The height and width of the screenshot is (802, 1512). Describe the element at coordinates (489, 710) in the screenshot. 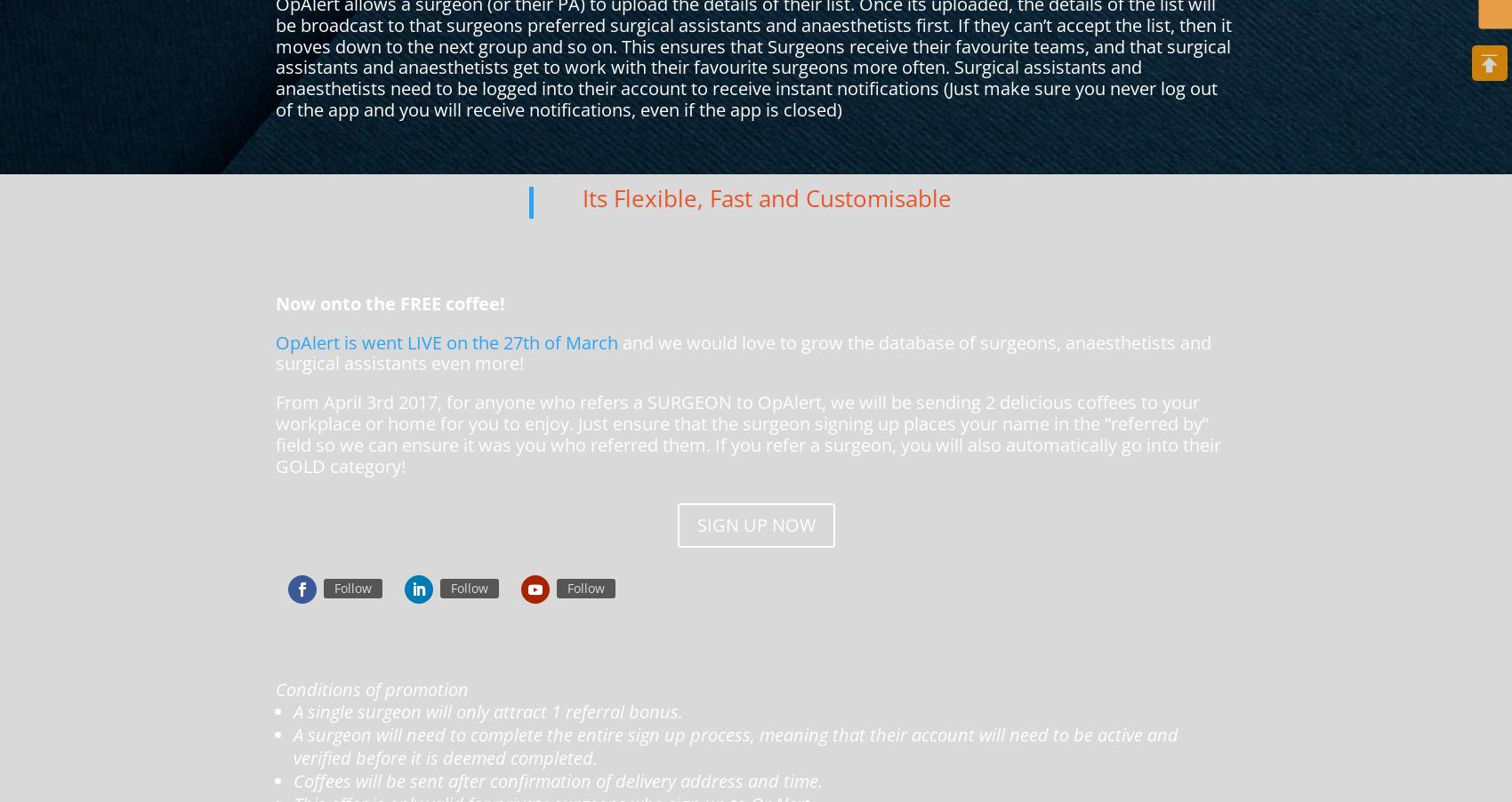

I see `'A single surgeon will only attract 1 referral bonus.'` at that location.